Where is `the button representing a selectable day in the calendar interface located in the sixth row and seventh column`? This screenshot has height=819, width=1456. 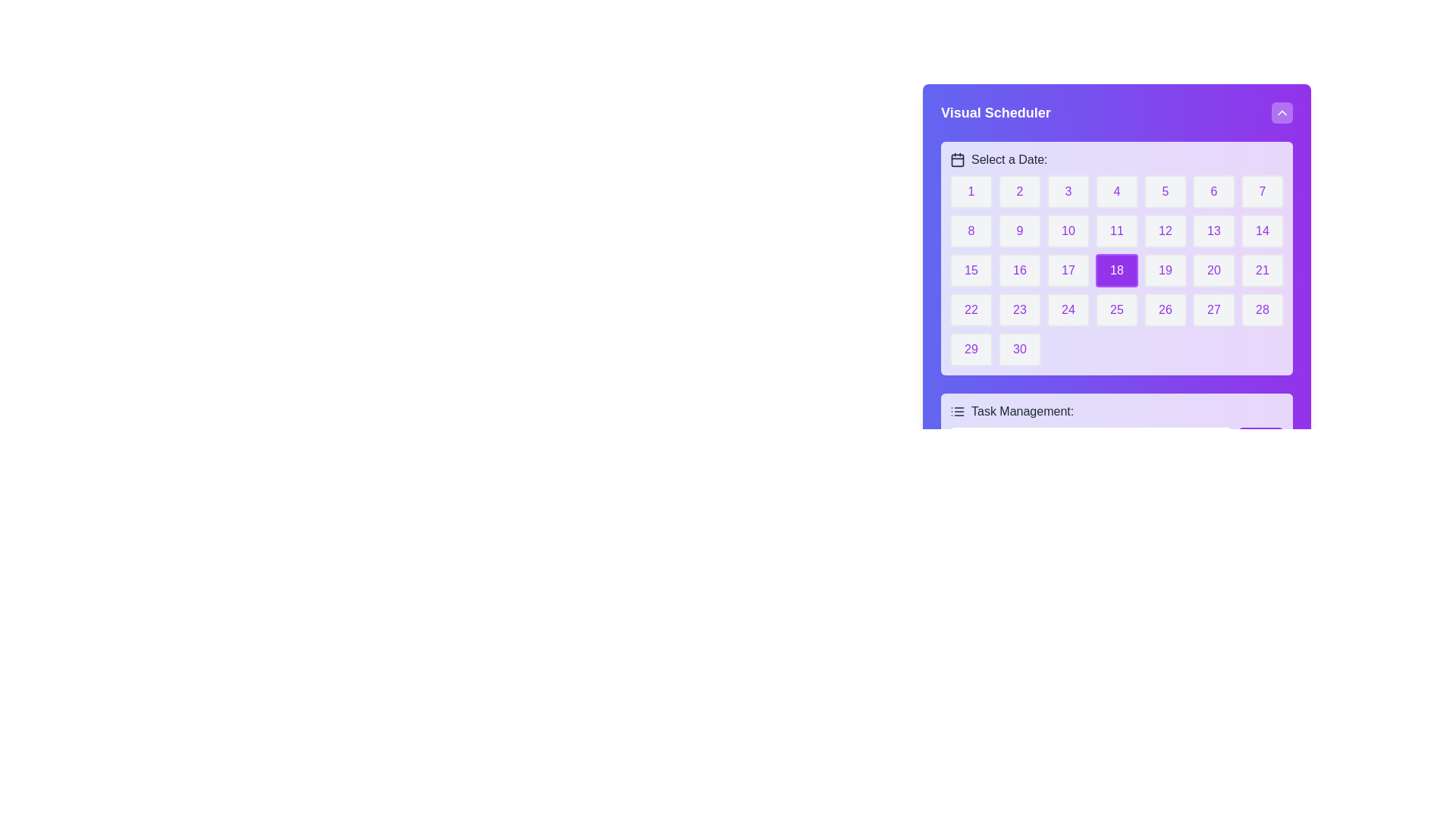 the button representing a selectable day in the calendar interface located in the sixth row and seventh column is located at coordinates (1263, 270).